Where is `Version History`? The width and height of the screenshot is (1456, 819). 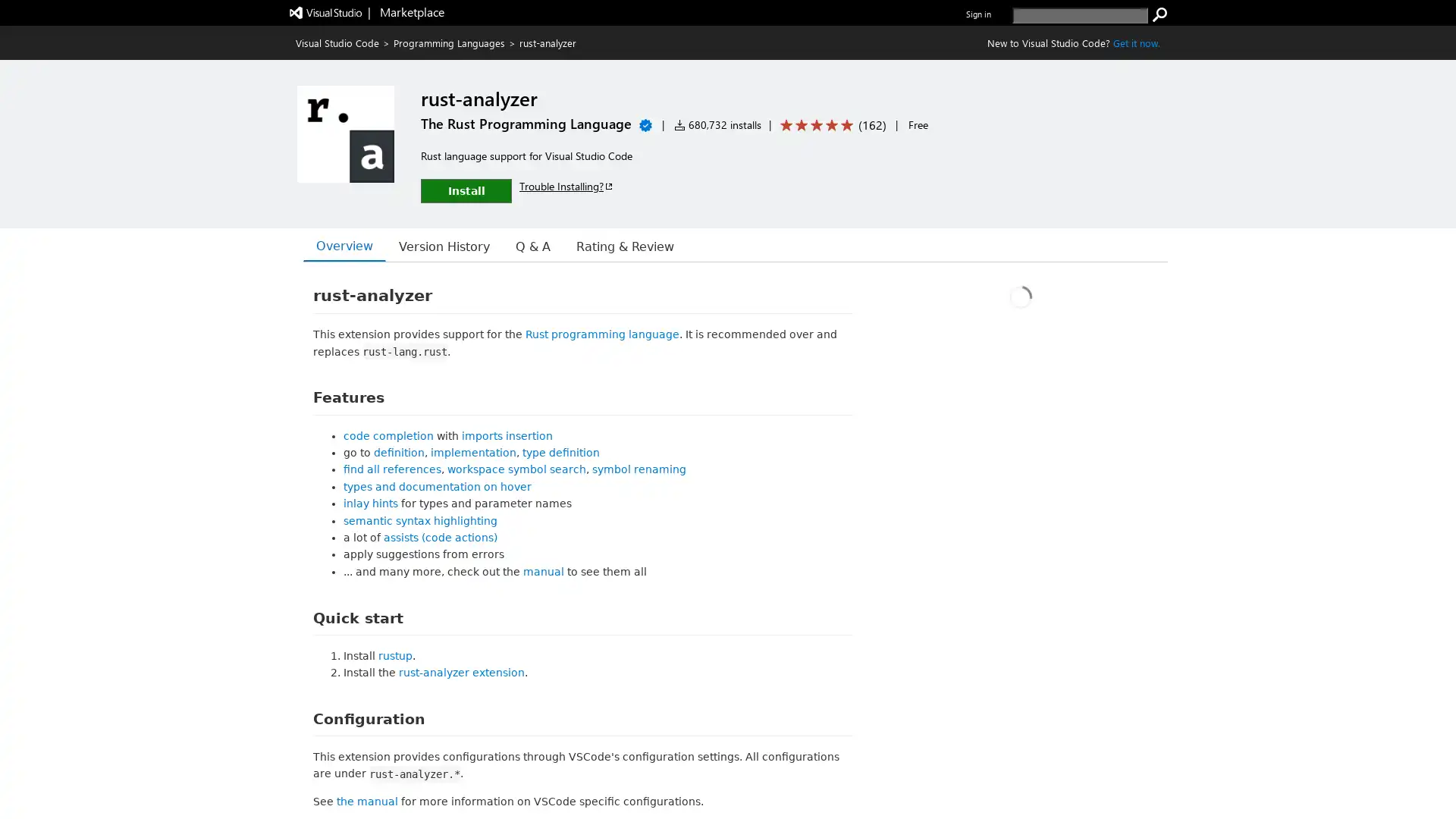 Version History is located at coordinates (431, 245).